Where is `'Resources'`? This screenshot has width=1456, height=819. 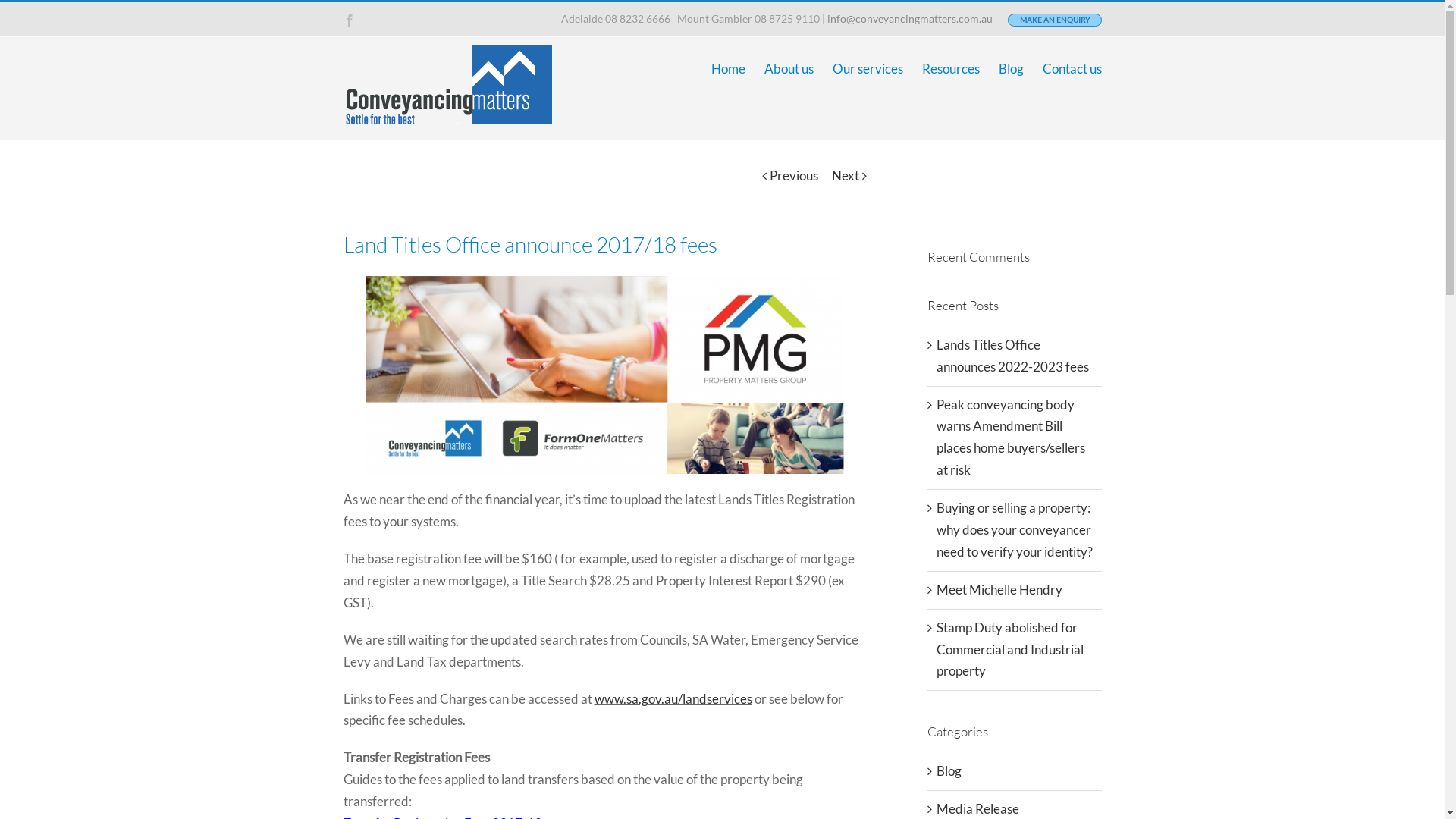
'Resources' is located at coordinates (949, 68).